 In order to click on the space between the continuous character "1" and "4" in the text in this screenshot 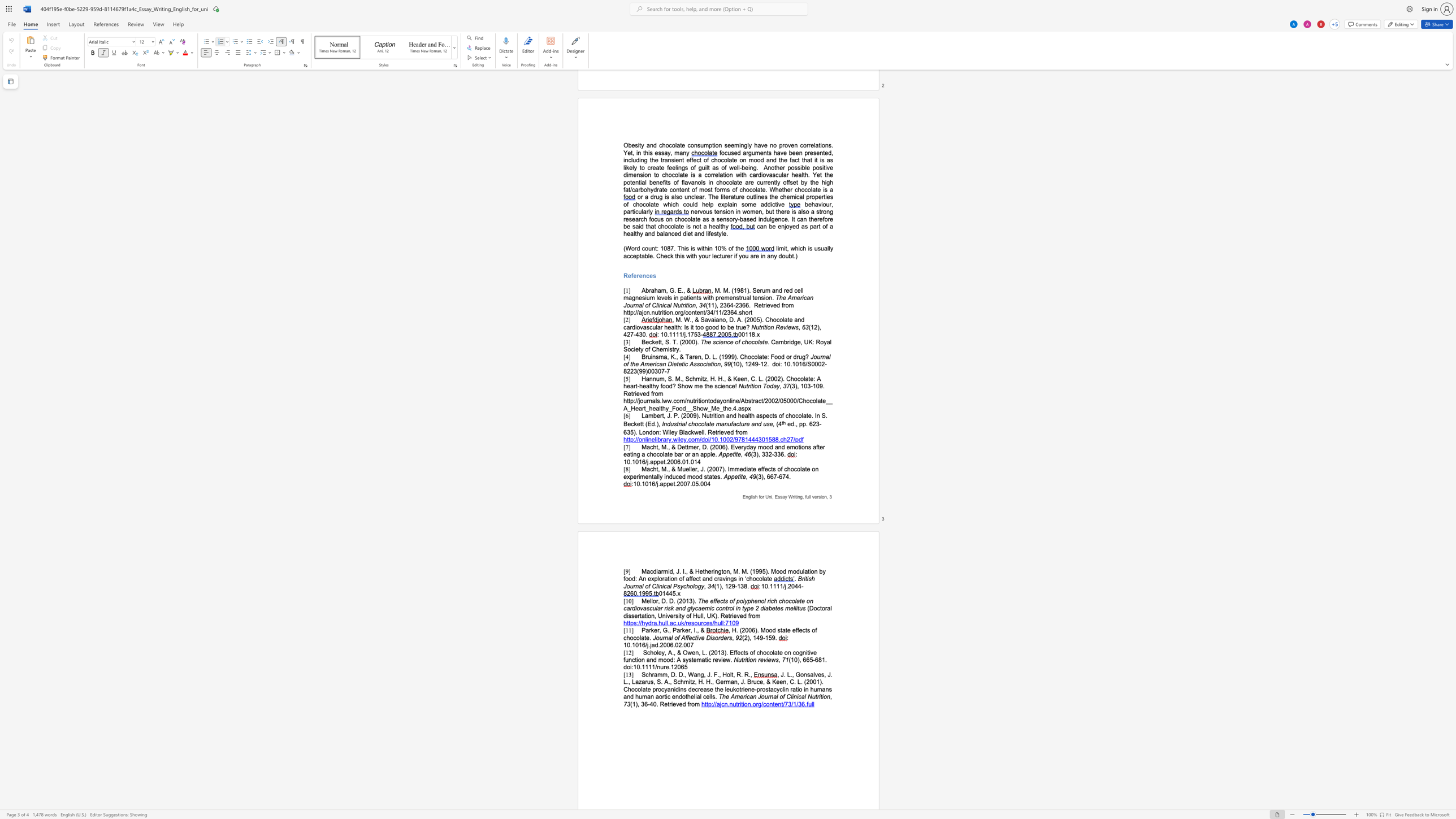, I will do `click(756, 638)`.